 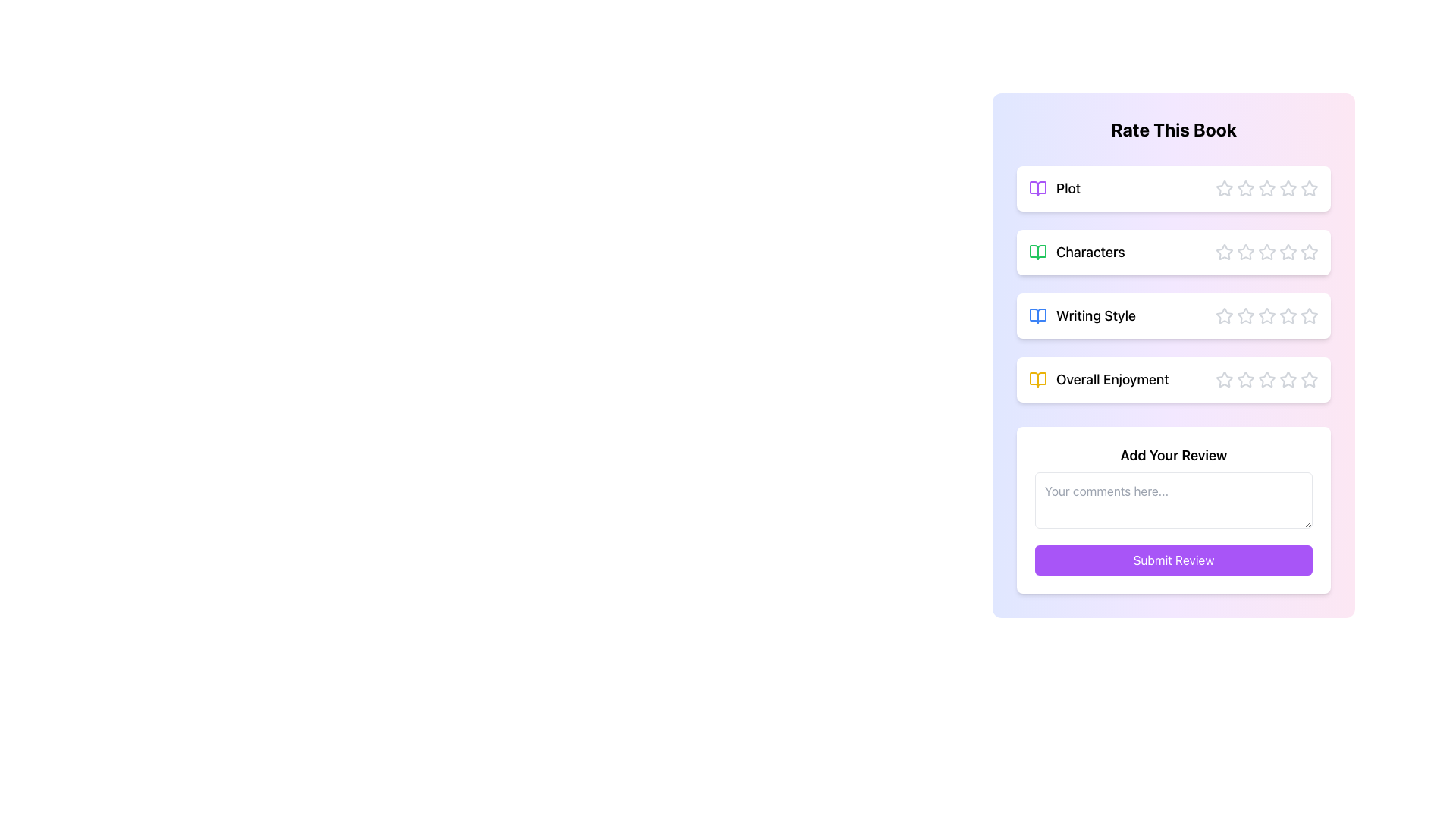 I want to click on the sixth star in the horizontal row of stars in the 'Overall Enjoyment' section, so click(x=1288, y=379).